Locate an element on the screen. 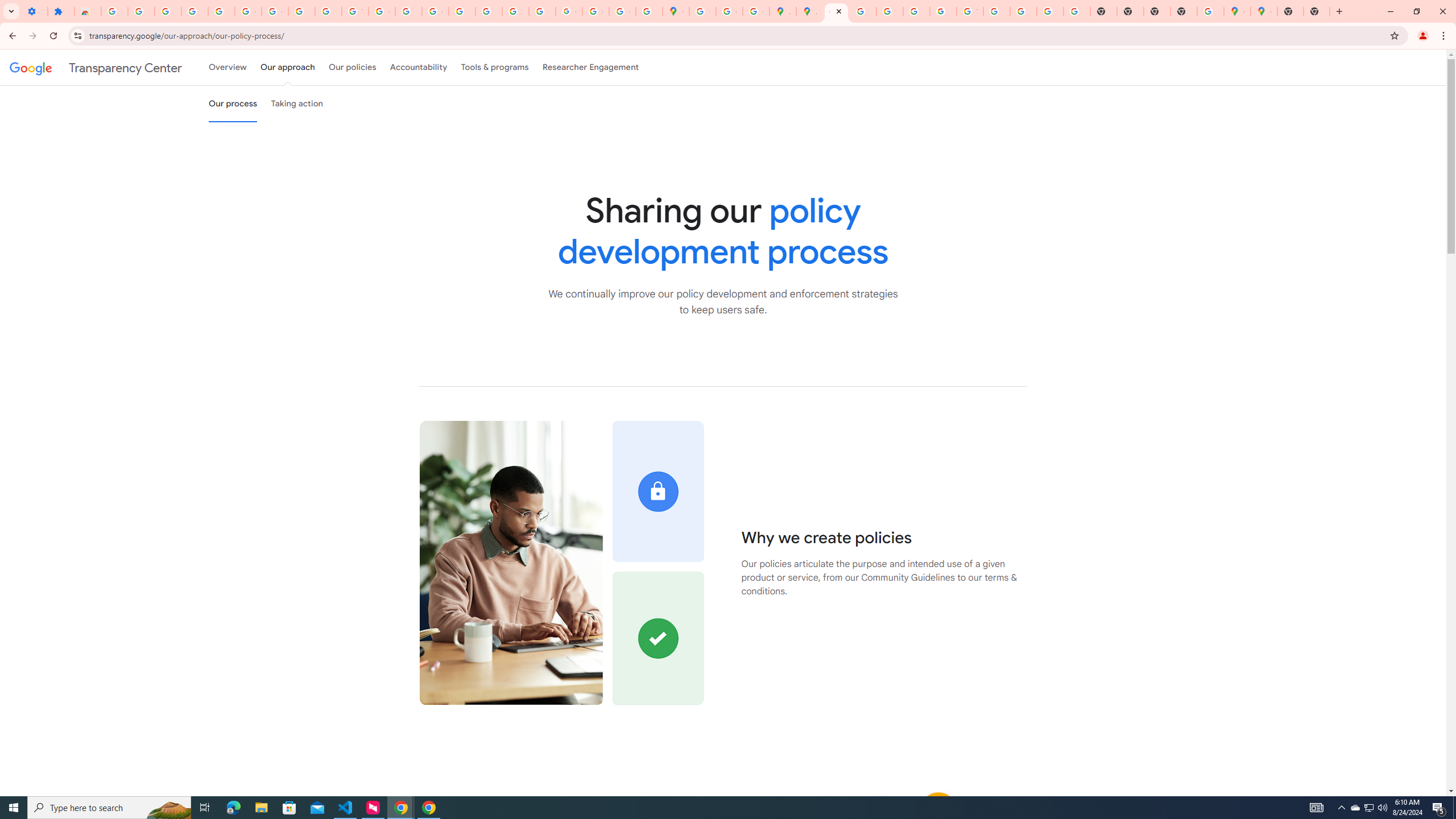 The width and height of the screenshot is (1456, 819). 'Our policies' is located at coordinates (352, 67).